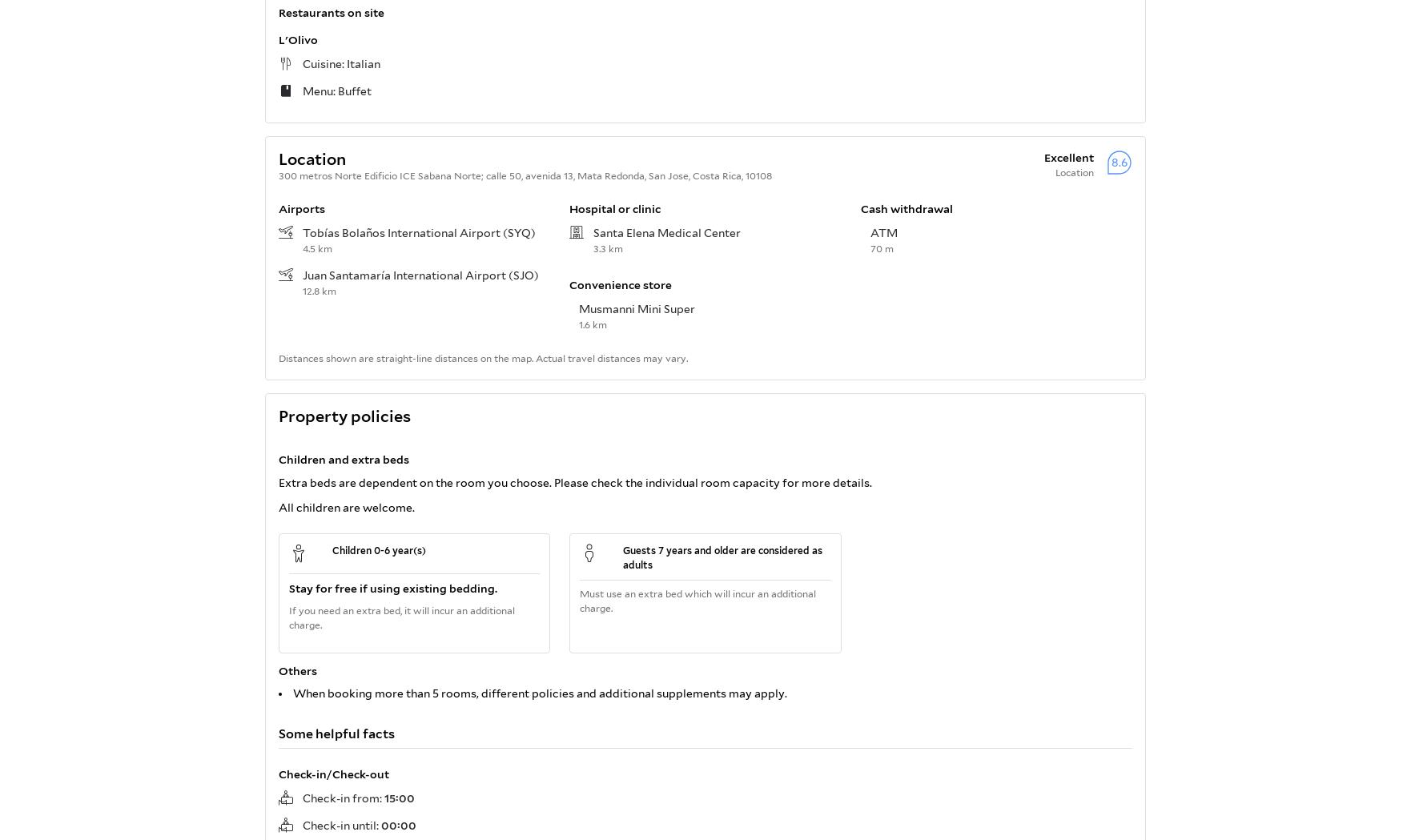 This screenshot has height=840, width=1411. What do you see at coordinates (344, 457) in the screenshot?
I see `'Children and extra beds'` at bounding box center [344, 457].